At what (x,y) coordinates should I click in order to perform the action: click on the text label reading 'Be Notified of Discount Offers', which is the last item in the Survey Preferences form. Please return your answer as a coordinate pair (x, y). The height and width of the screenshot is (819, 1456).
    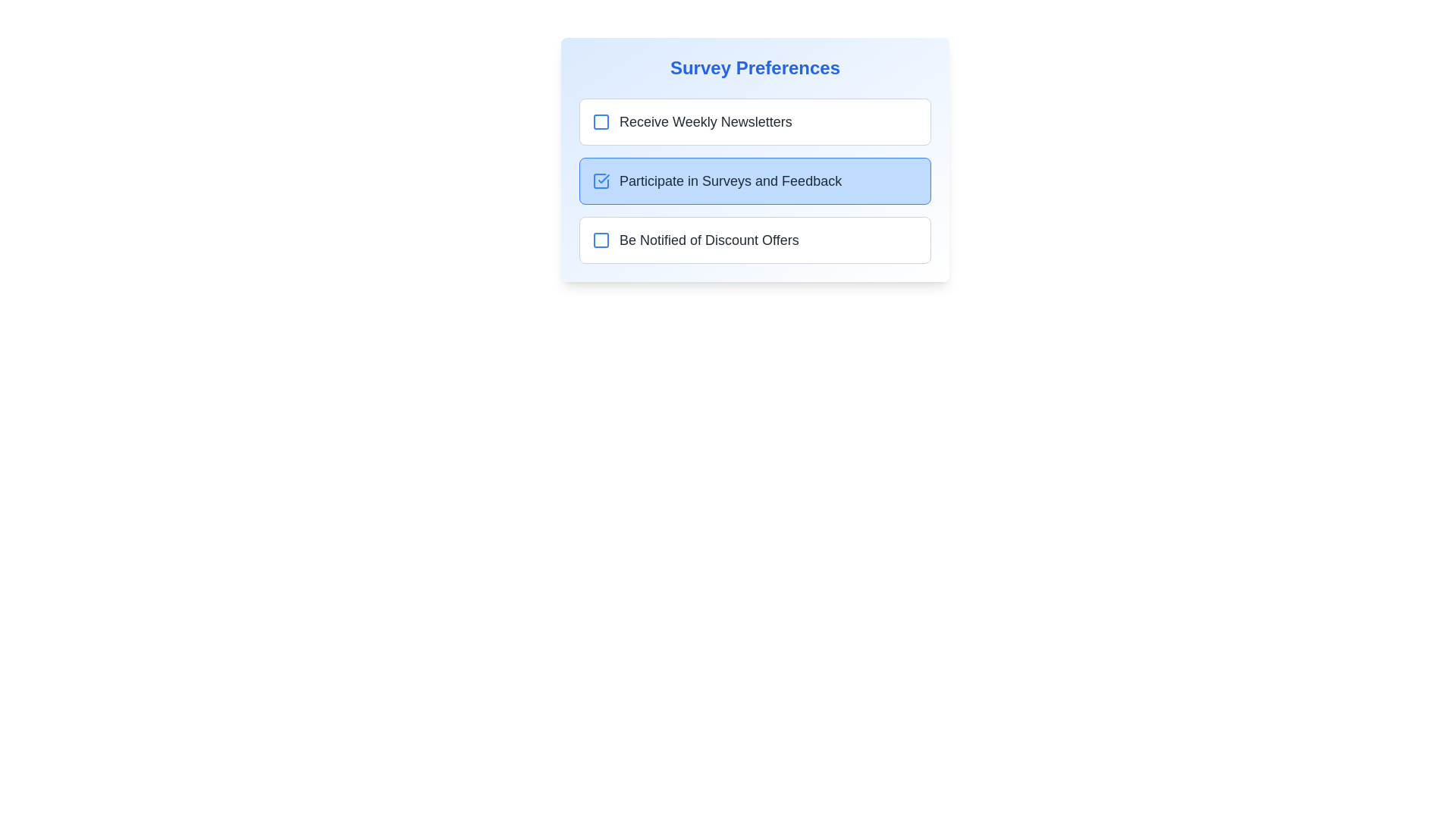
    Looking at the image, I should click on (708, 239).